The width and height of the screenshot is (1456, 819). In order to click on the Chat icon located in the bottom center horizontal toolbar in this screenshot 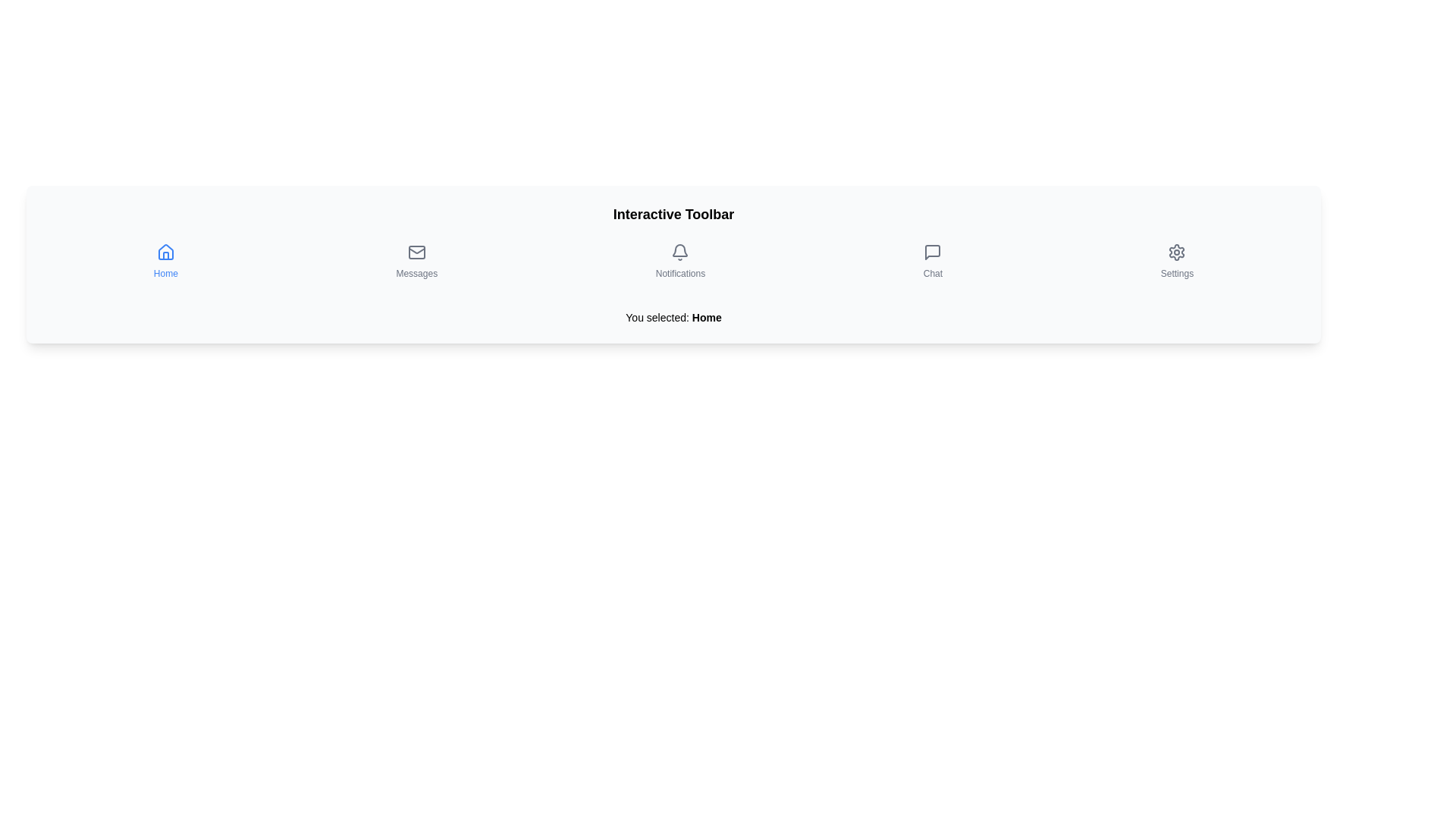, I will do `click(932, 251)`.